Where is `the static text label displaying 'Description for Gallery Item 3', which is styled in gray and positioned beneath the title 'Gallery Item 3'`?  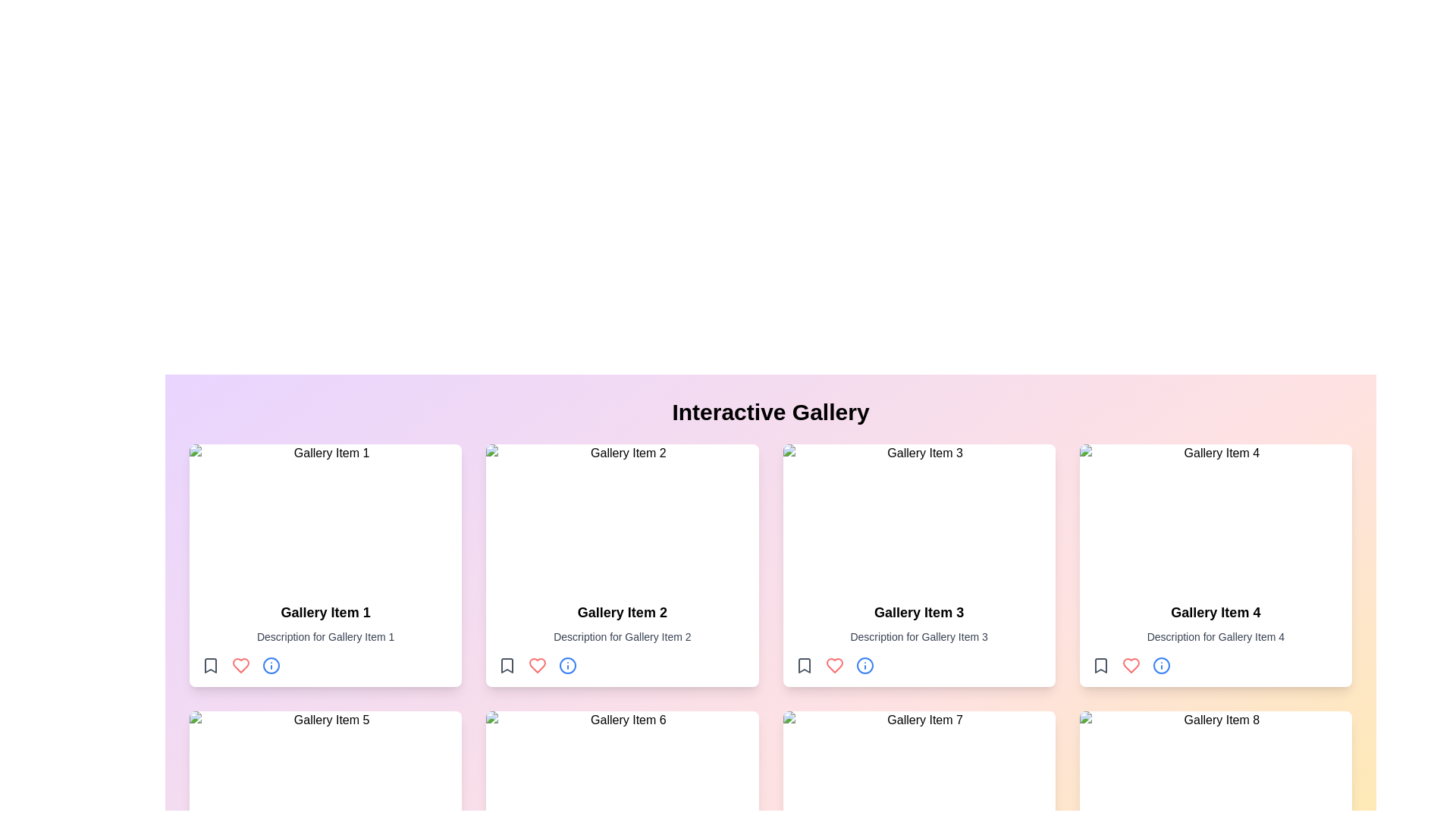
the static text label displaying 'Description for Gallery Item 3', which is styled in gray and positioned beneath the title 'Gallery Item 3' is located at coordinates (918, 637).